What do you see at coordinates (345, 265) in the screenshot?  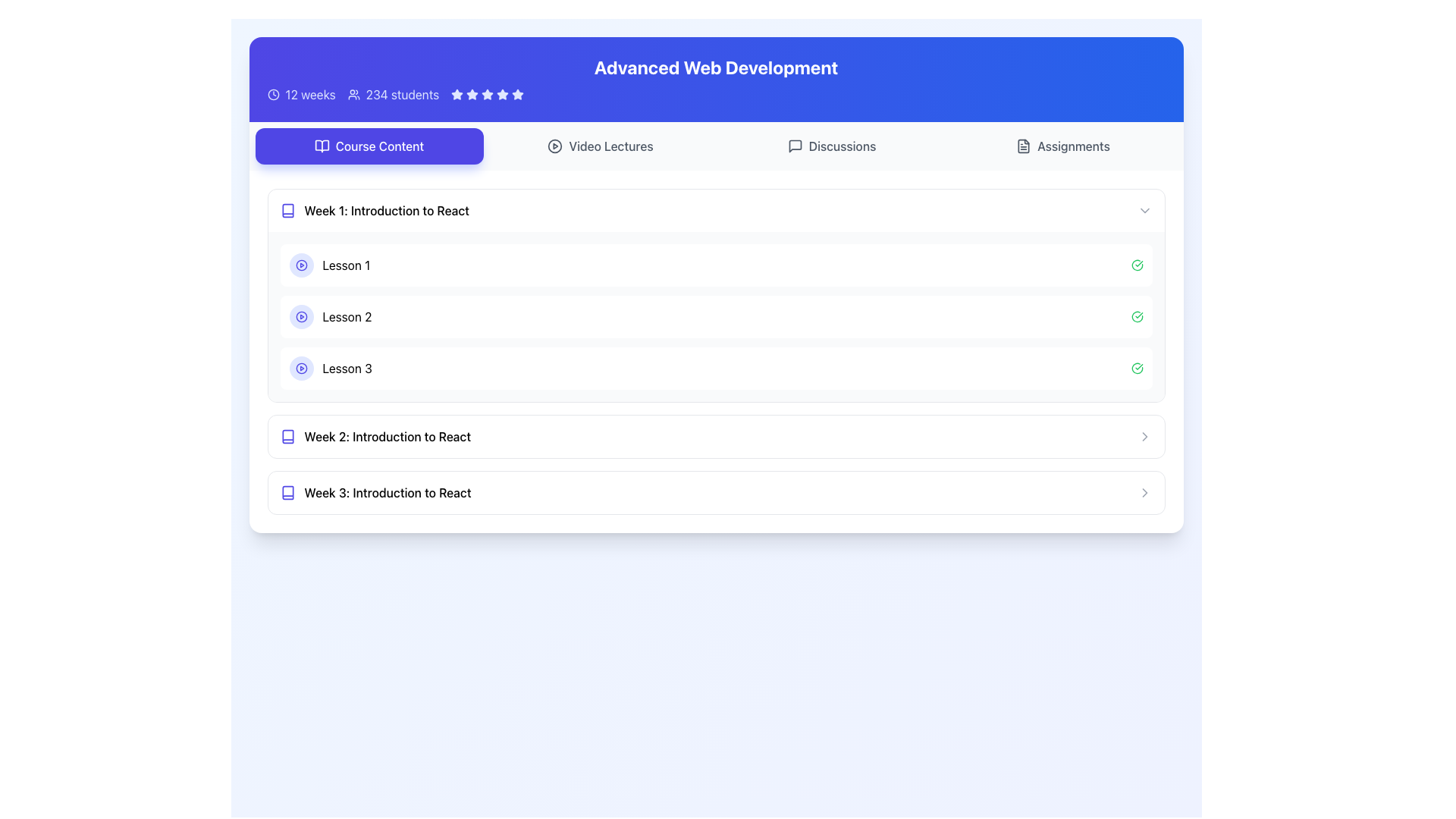 I see `the 'Lesson 1' text label, which is displayed in bold black font on a white background, located within the 'Course Content' section under 'Week 1: Introduction to React'` at bounding box center [345, 265].